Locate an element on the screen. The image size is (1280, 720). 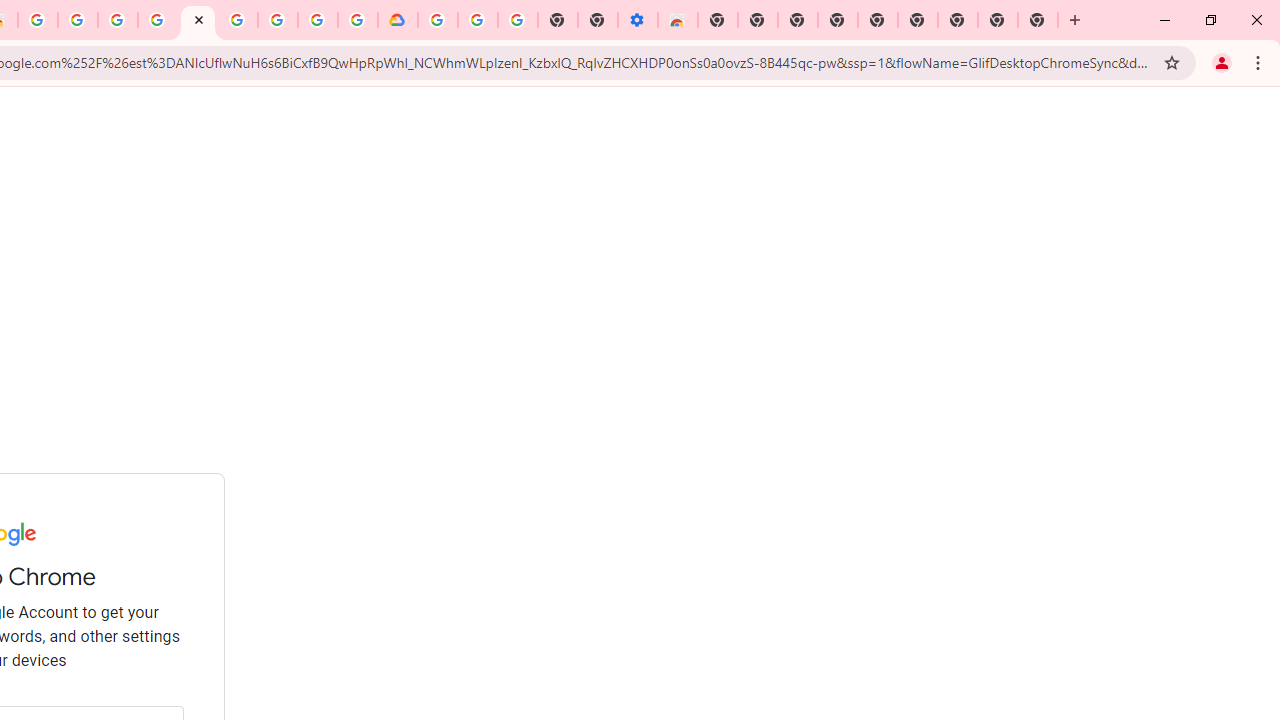
'New Tab' is located at coordinates (1038, 20).